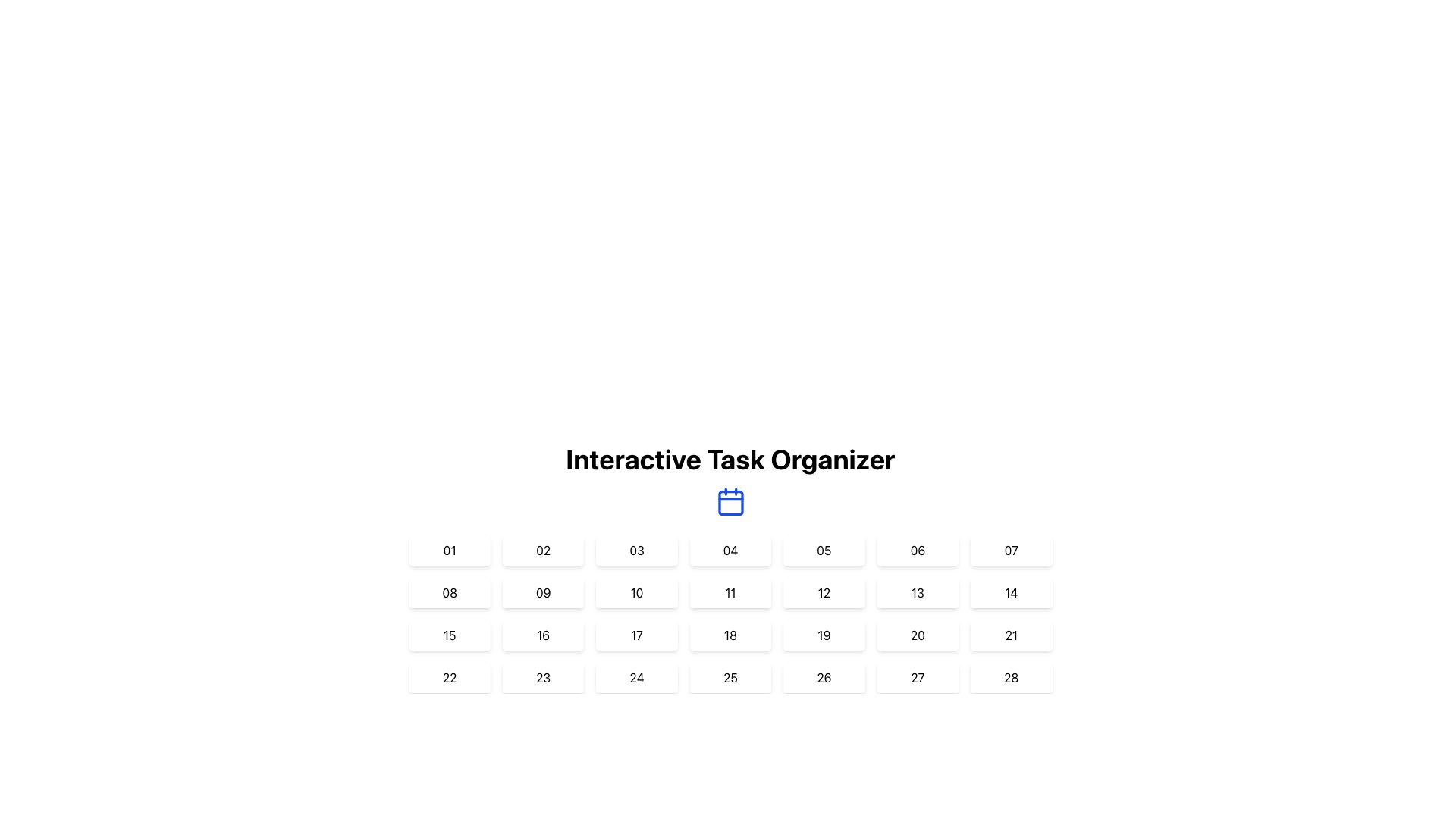 The height and width of the screenshot is (819, 1456). Describe the element at coordinates (730, 677) in the screenshot. I see `the rounded square button labeled '25'` at that location.